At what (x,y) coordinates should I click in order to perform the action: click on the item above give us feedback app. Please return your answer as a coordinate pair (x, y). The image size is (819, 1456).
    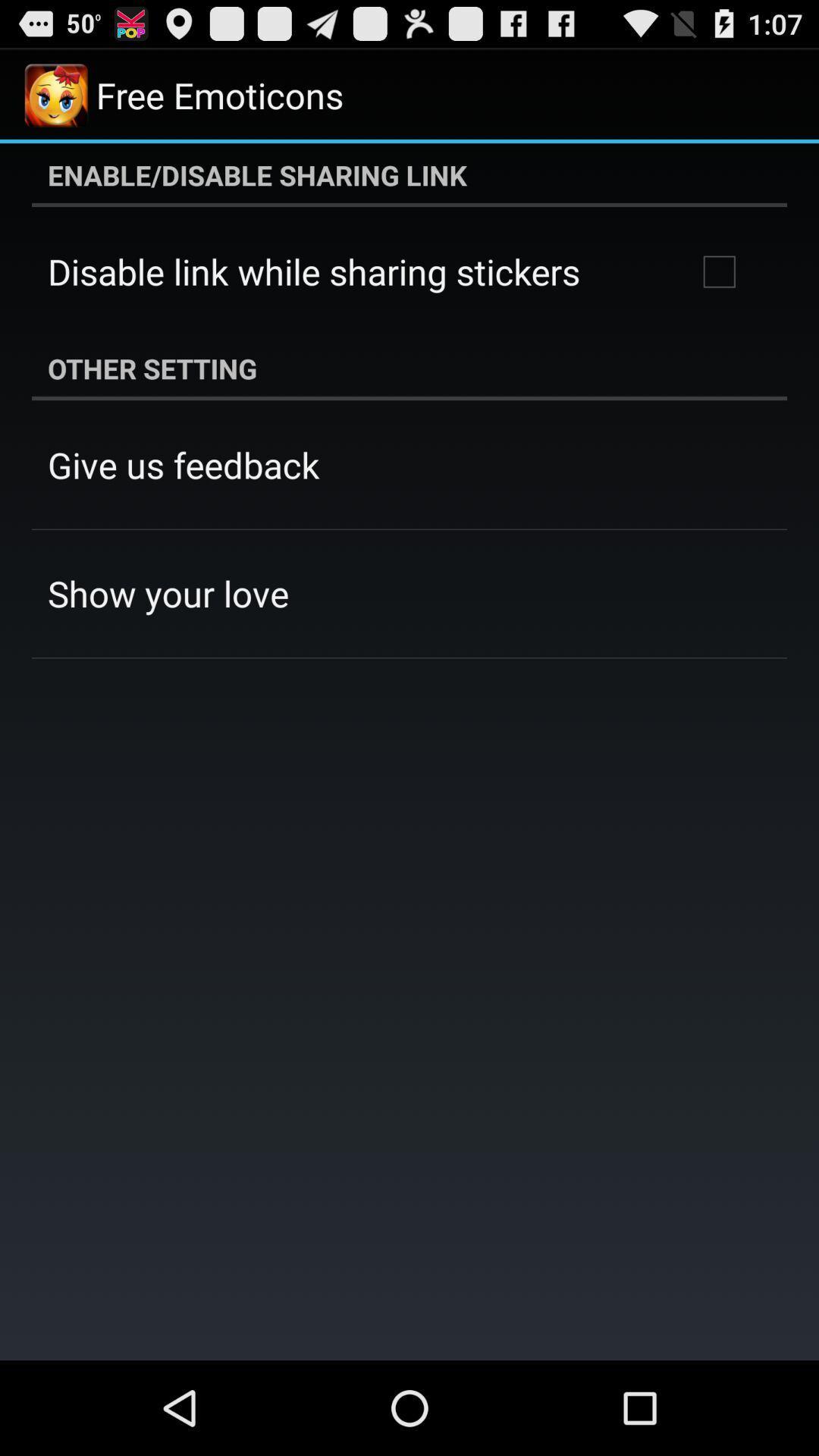
    Looking at the image, I should click on (409, 368).